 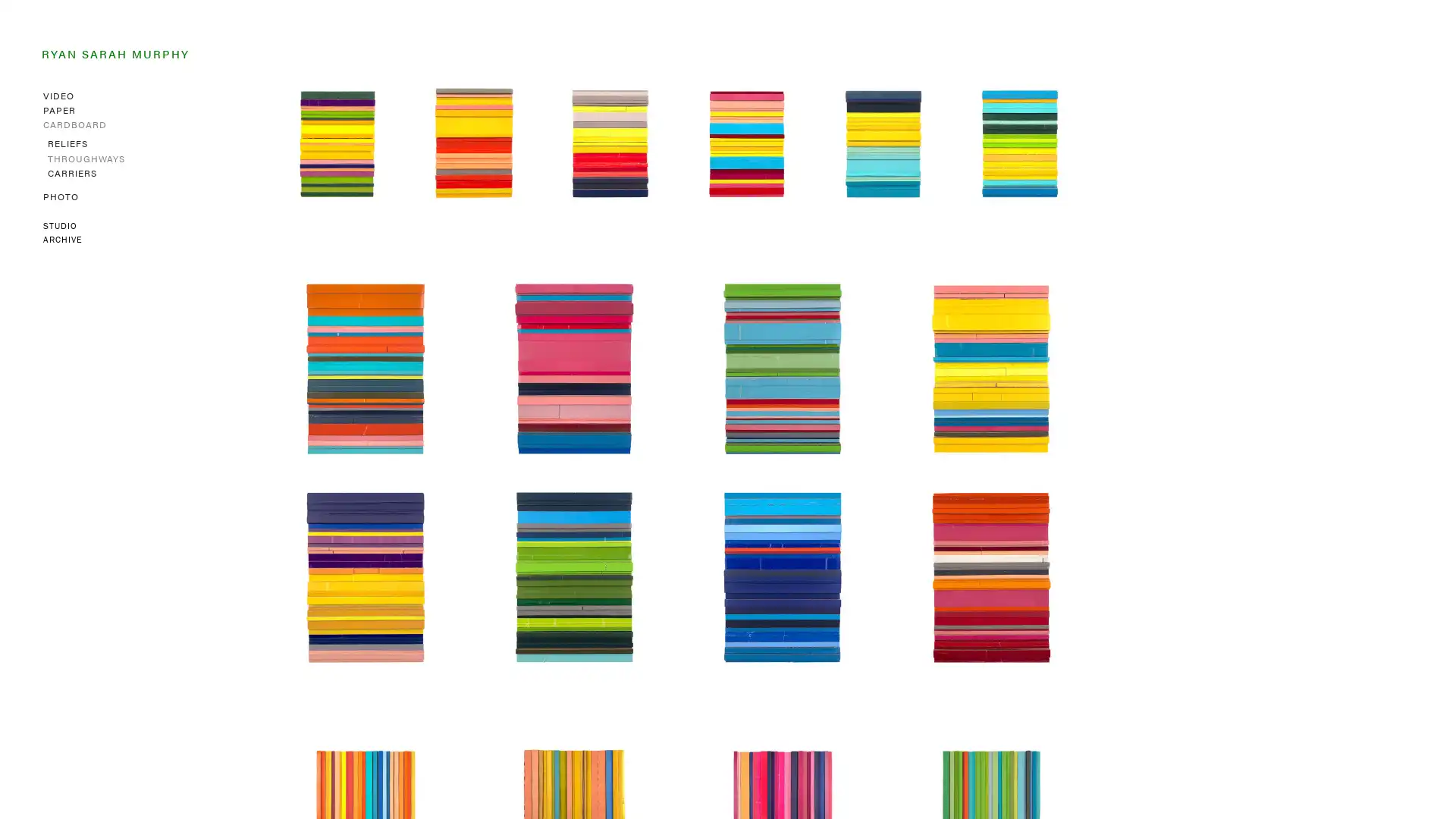 I want to click on View fullsize Throughway (yellow line) - Carry , 2021 found (unpainted) cardboard 6 x 4 inches INQUIRE, so click(x=472, y=143).